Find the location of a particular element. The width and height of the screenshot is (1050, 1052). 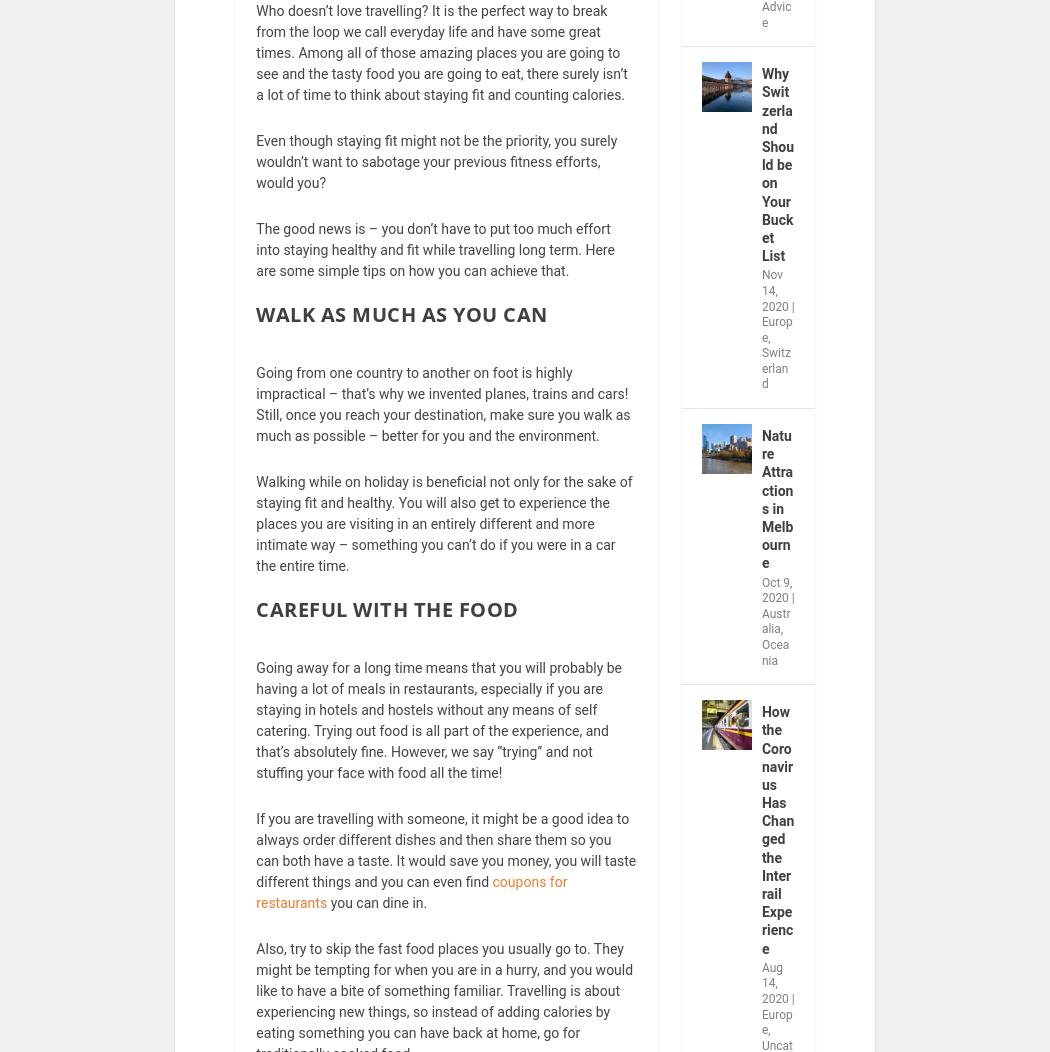

'Who doesn’t love travelling? It is the perfect way to break from the loop we call everyday life and have some great times. Among all of those amazing places you are going to see and the tasty food you are going to eat, there surely isn’t a lot of time to think about staying fit and counting calories.' is located at coordinates (440, 64).